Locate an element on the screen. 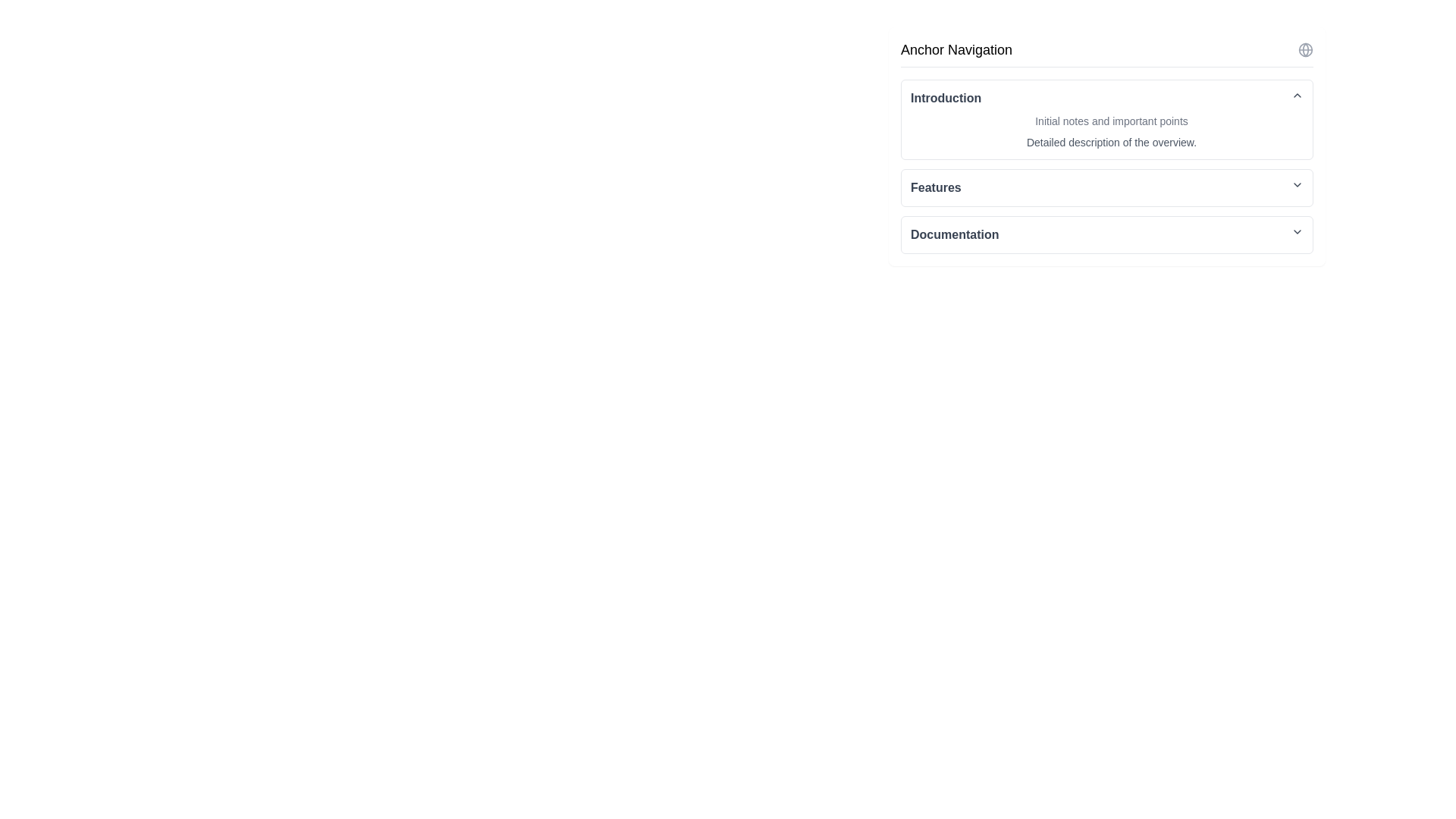  the globe-shaped icon that symbolizes global or internet-related content, located in the top-right corner of its section, next to the 'Anchor Navigation' title is located at coordinates (1305, 49).